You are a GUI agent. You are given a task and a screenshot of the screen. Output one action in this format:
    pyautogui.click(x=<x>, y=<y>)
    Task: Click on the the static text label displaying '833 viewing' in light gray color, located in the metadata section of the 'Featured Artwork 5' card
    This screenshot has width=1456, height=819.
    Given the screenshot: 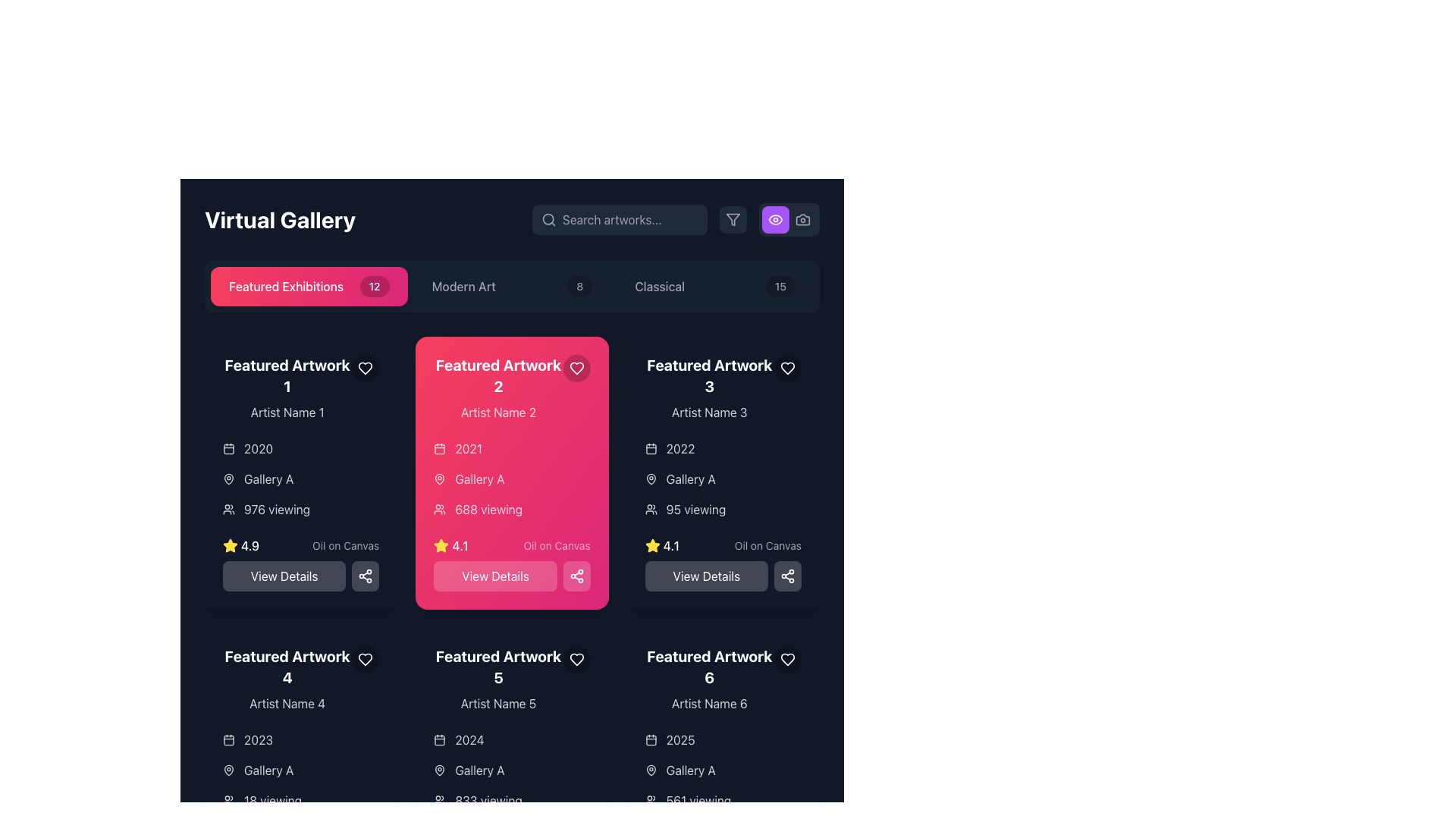 What is the action you would take?
    pyautogui.click(x=488, y=800)
    